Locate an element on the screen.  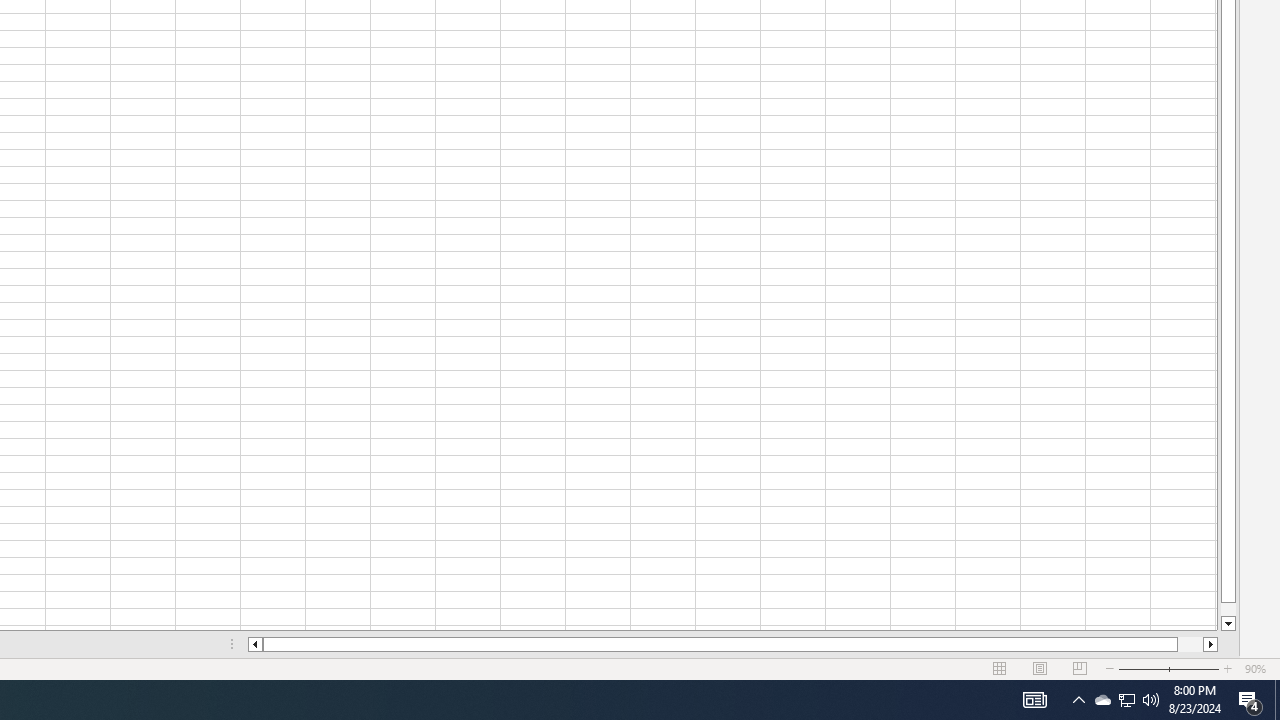
'Zoom' is located at coordinates (1168, 669).